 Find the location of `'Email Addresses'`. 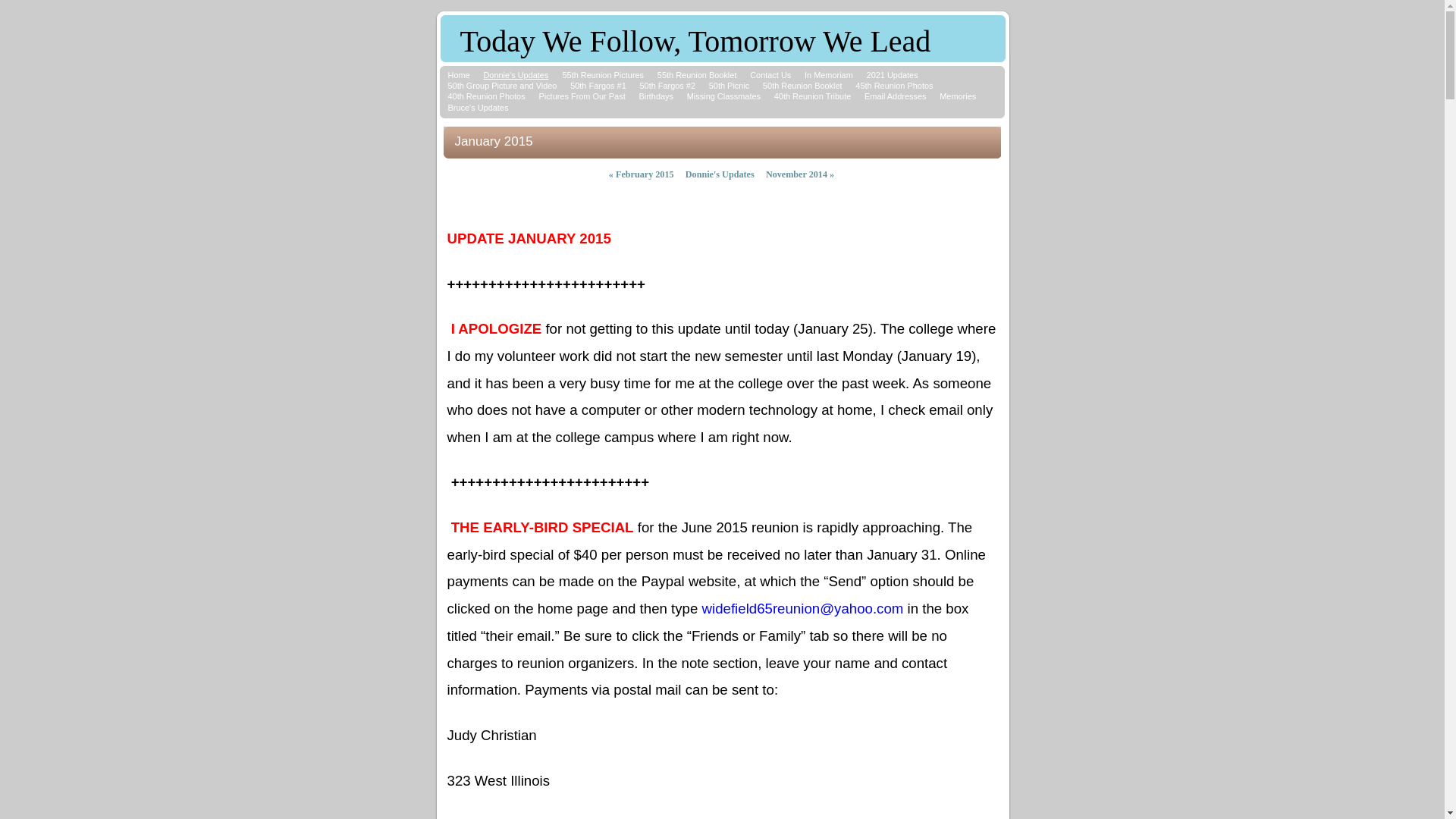

'Email Addresses' is located at coordinates (895, 96).